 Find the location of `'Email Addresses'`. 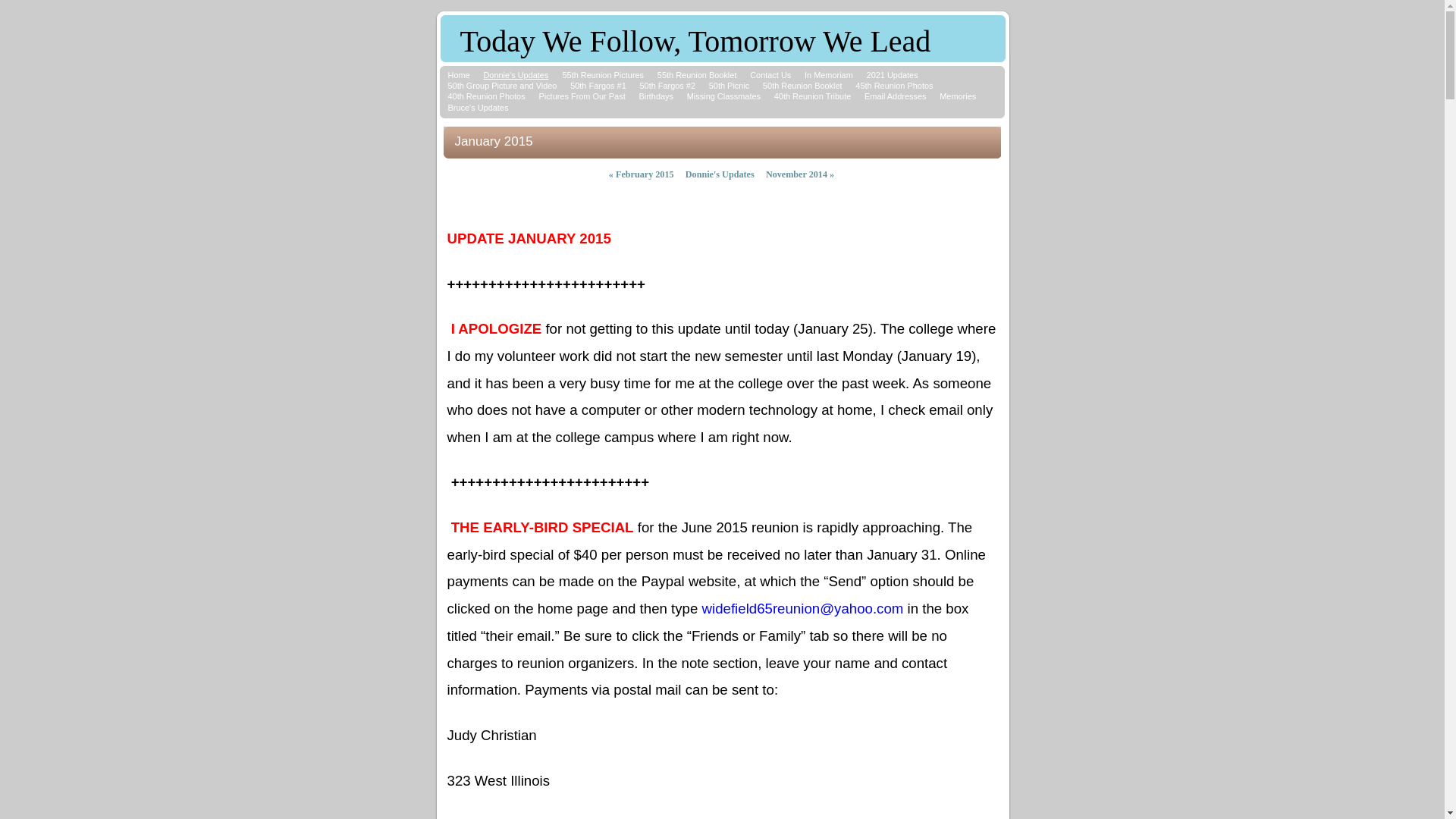

'Email Addresses' is located at coordinates (895, 96).